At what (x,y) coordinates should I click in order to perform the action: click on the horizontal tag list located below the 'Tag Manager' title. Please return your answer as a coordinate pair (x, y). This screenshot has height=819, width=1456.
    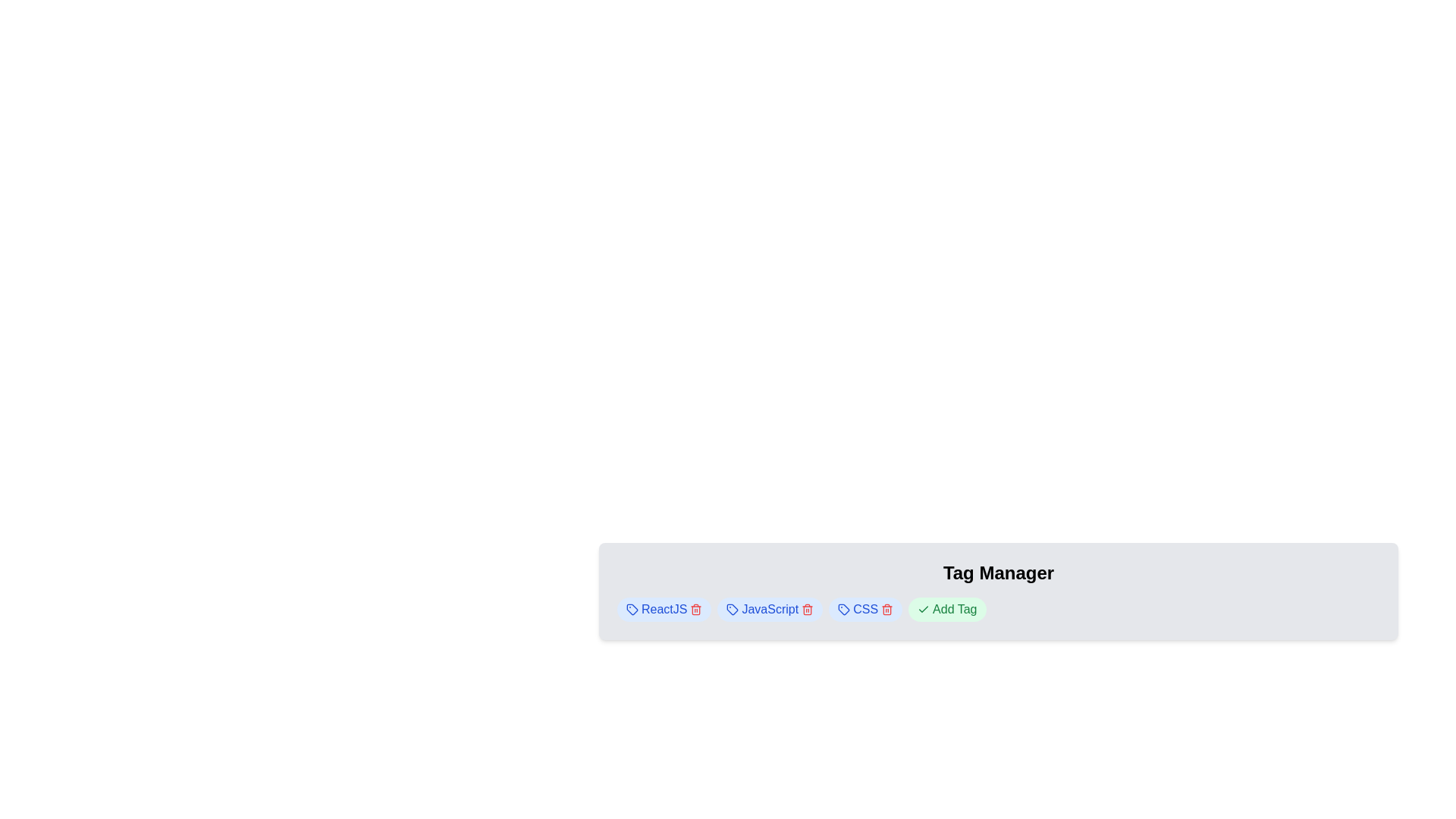
    Looking at the image, I should click on (998, 608).